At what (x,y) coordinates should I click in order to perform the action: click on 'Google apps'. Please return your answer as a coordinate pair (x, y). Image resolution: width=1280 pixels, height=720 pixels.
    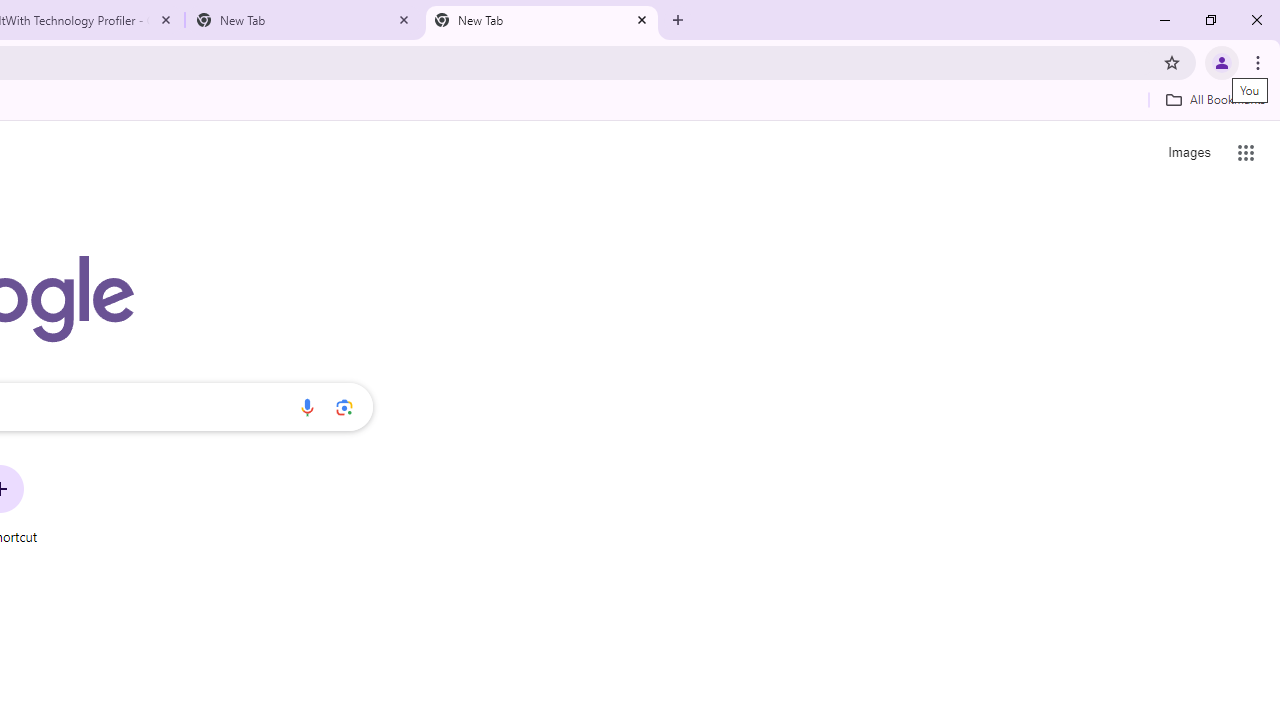
    Looking at the image, I should click on (1245, 152).